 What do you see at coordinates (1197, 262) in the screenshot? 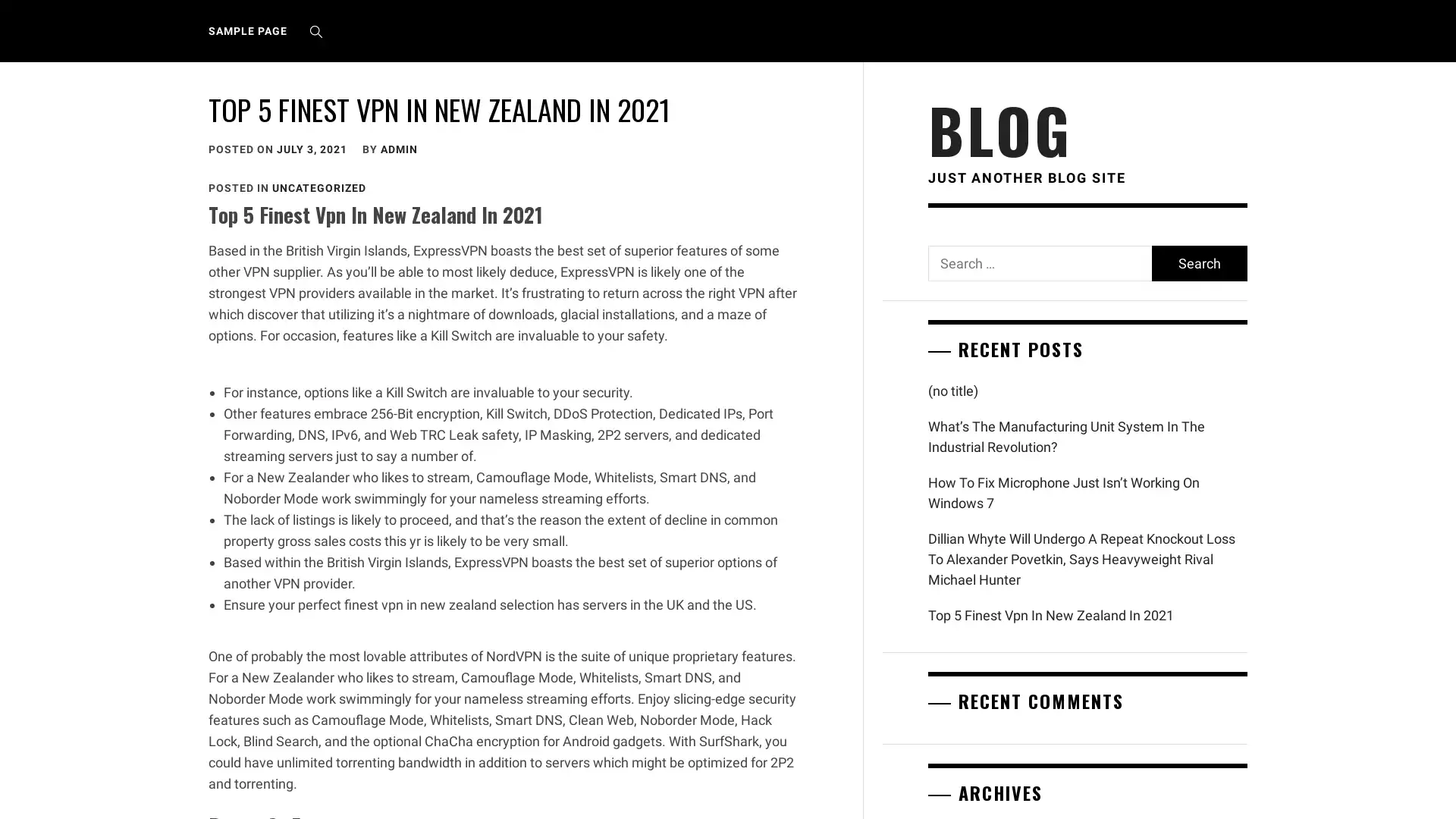
I see `Search` at bounding box center [1197, 262].